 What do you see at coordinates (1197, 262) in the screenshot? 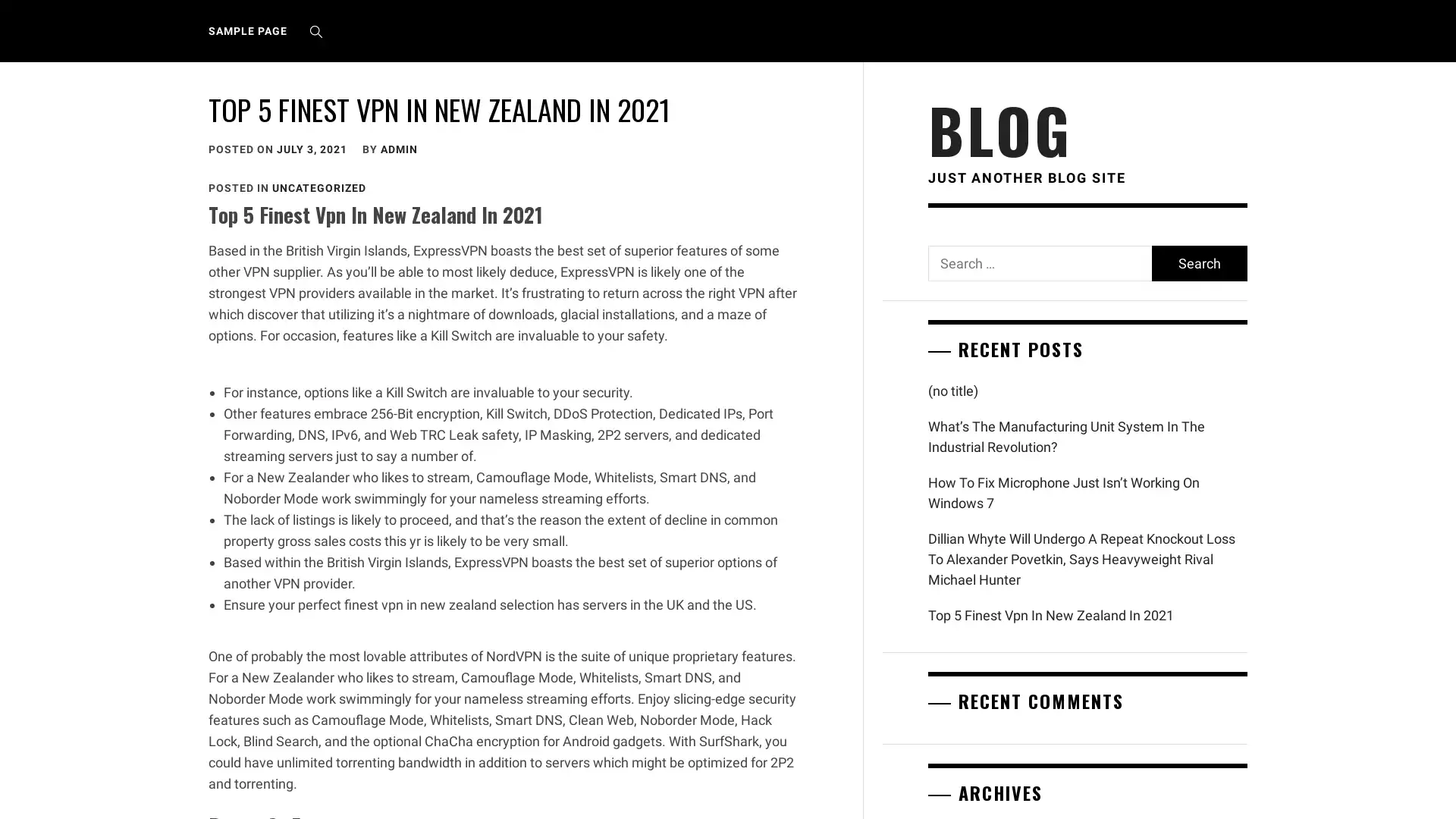
I see `Search` at bounding box center [1197, 262].